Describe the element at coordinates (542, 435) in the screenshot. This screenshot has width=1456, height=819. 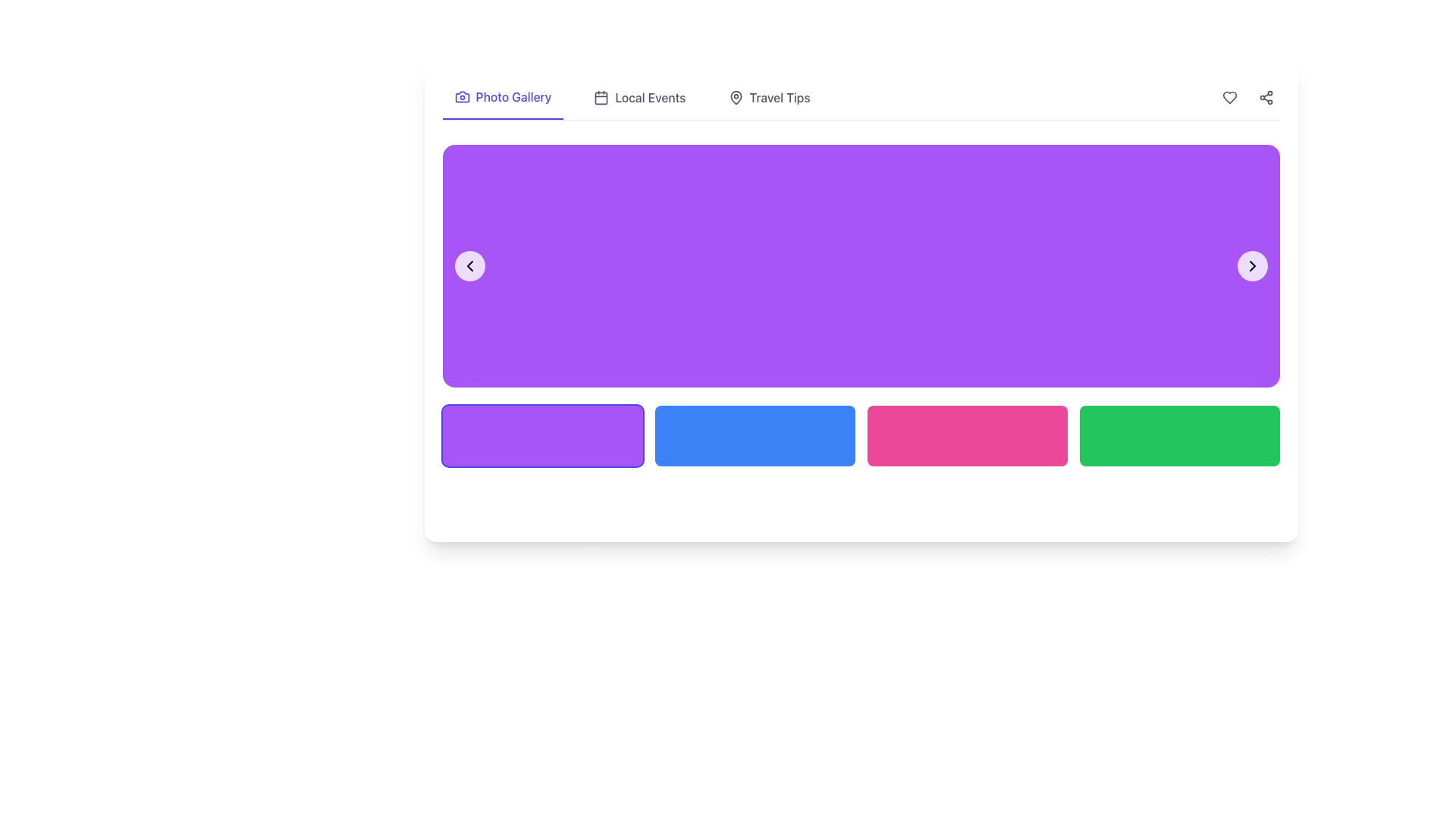
I see `the first rectangular button with a purple background and blue border in the bottom section of the interface` at that location.